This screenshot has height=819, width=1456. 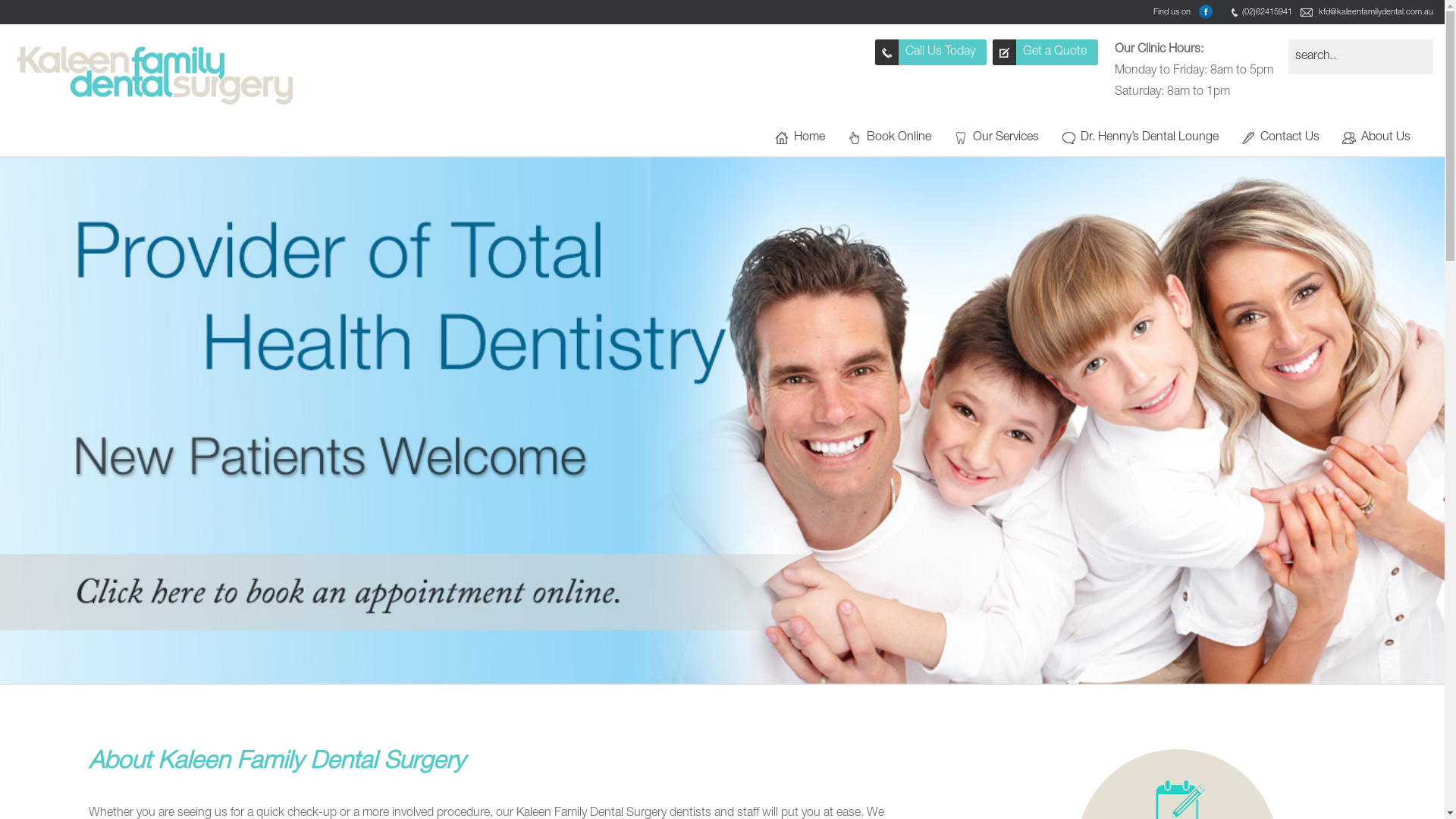 I want to click on 'Call Us Today', so click(x=930, y=52).